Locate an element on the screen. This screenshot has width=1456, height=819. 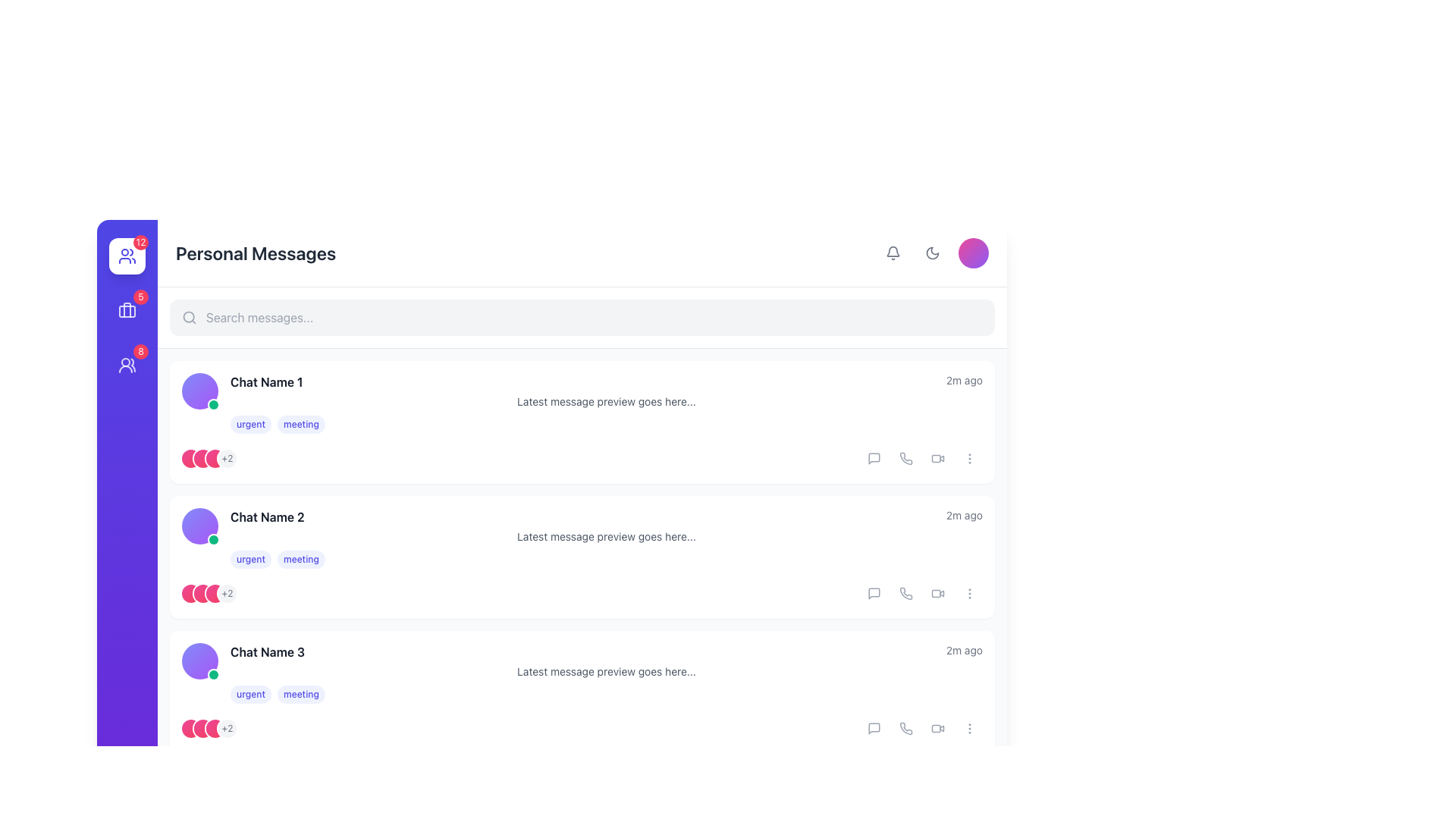
the speech bubble icon located to the far right of the third chat preview pane is located at coordinates (874, 727).